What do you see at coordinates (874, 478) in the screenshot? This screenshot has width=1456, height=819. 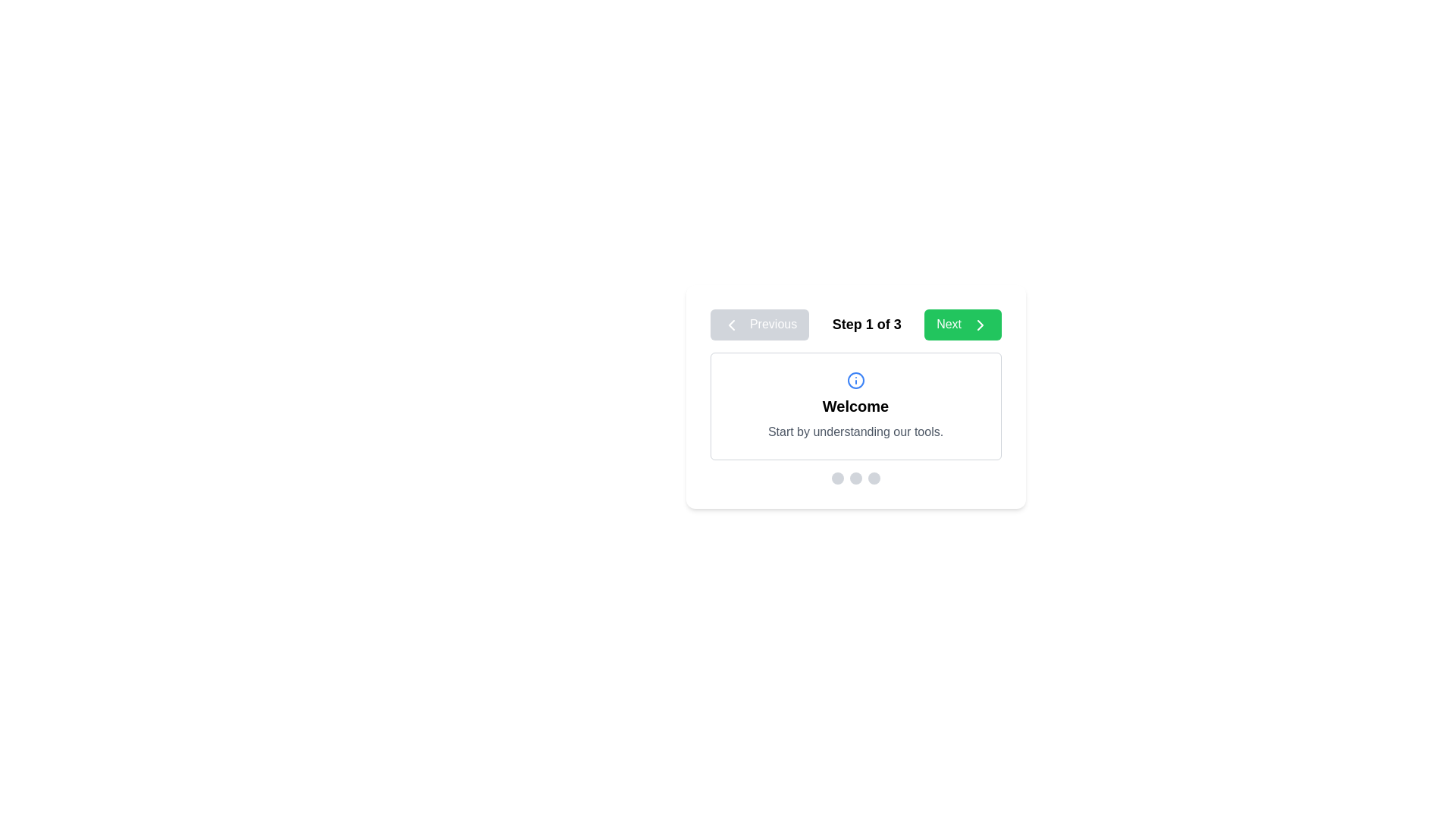 I see `the third circular indicator with a light gray background located near the bottom center of the interface, below the 'Welcome' text and between the 'Previous' and 'Next' navigation buttons` at bounding box center [874, 478].